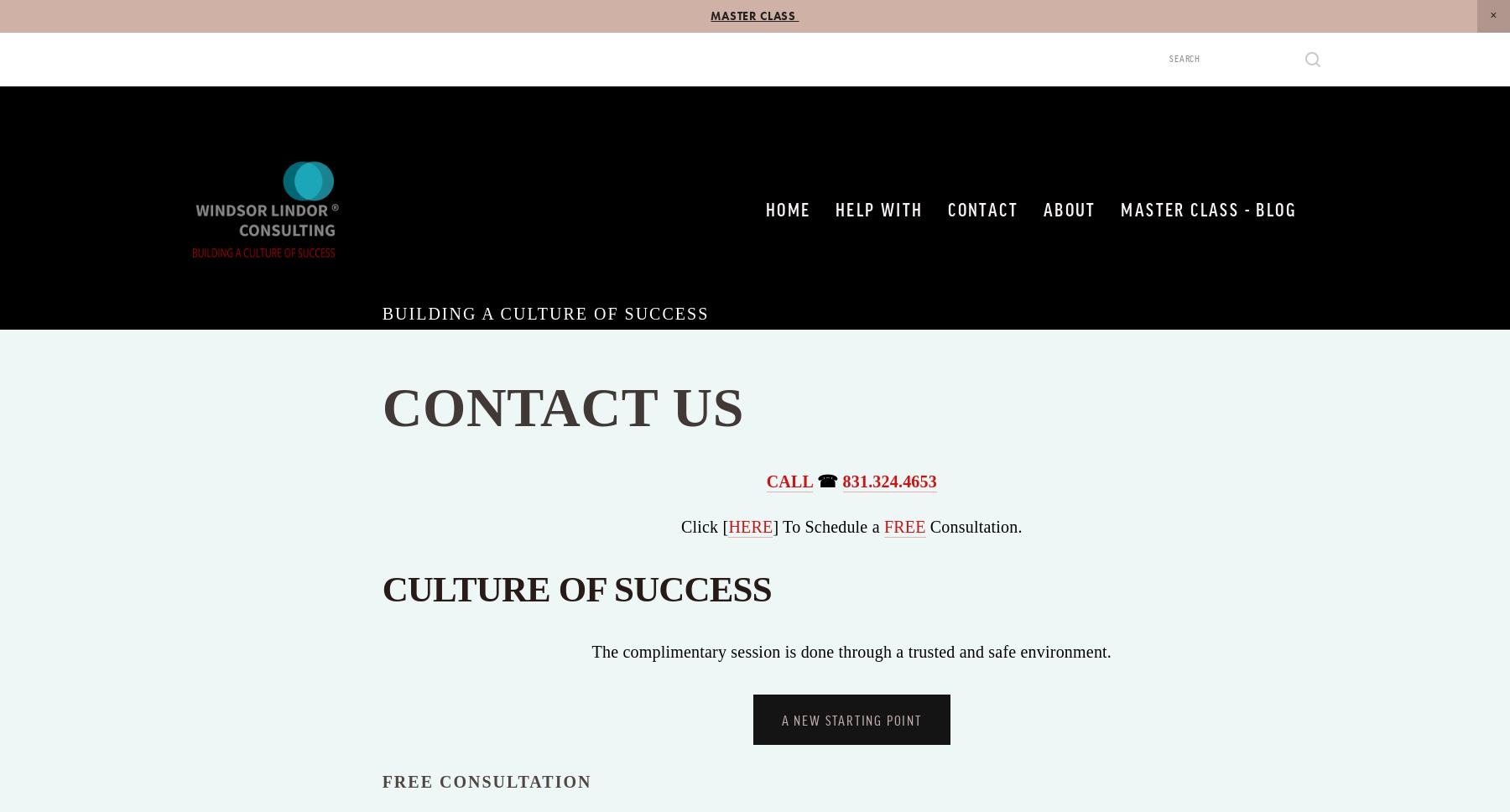 Image resolution: width=1510 pixels, height=812 pixels. What do you see at coordinates (788, 481) in the screenshot?
I see `'CALL'` at bounding box center [788, 481].